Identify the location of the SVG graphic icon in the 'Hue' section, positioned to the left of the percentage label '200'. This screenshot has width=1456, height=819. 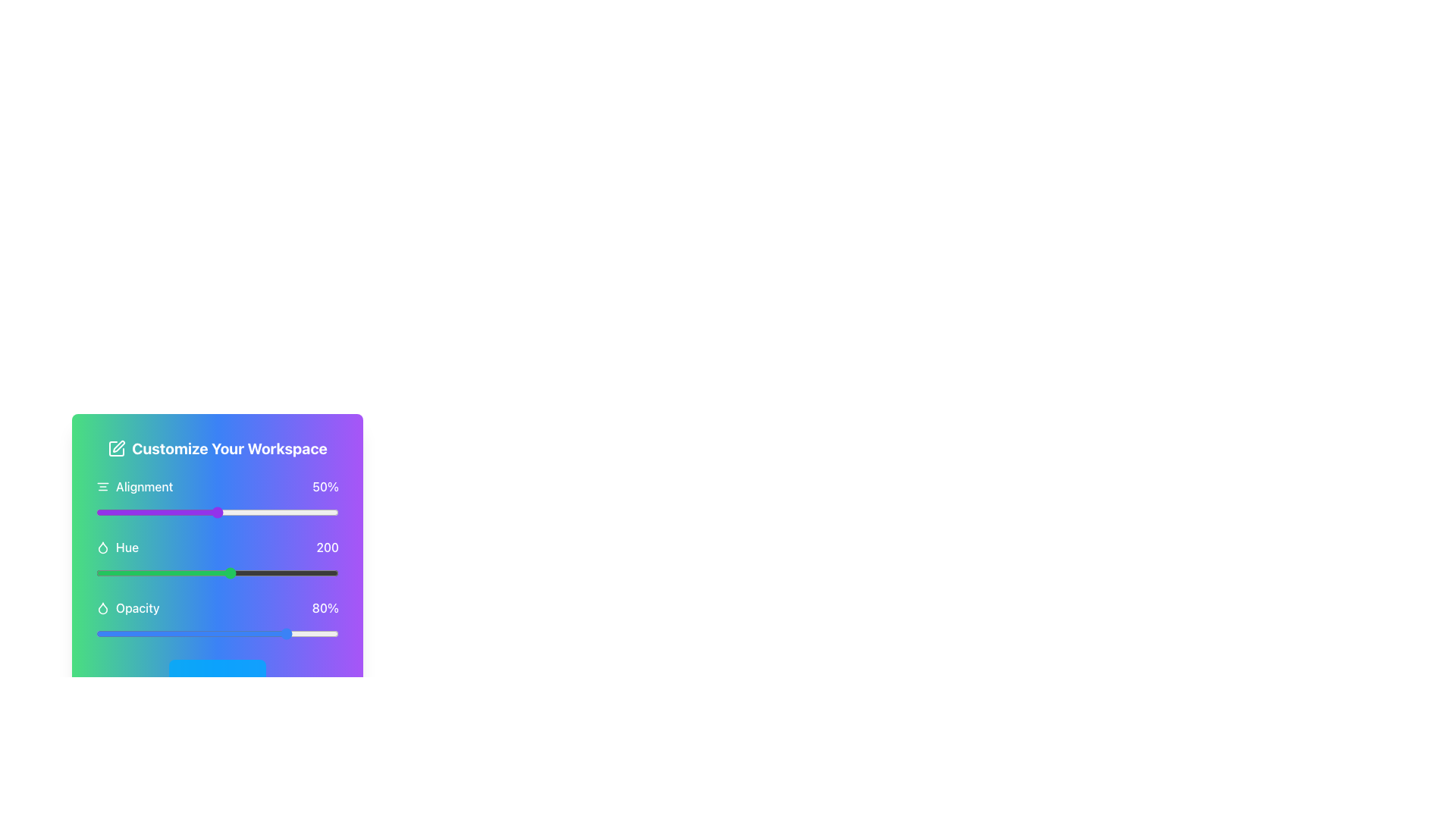
(102, 547).